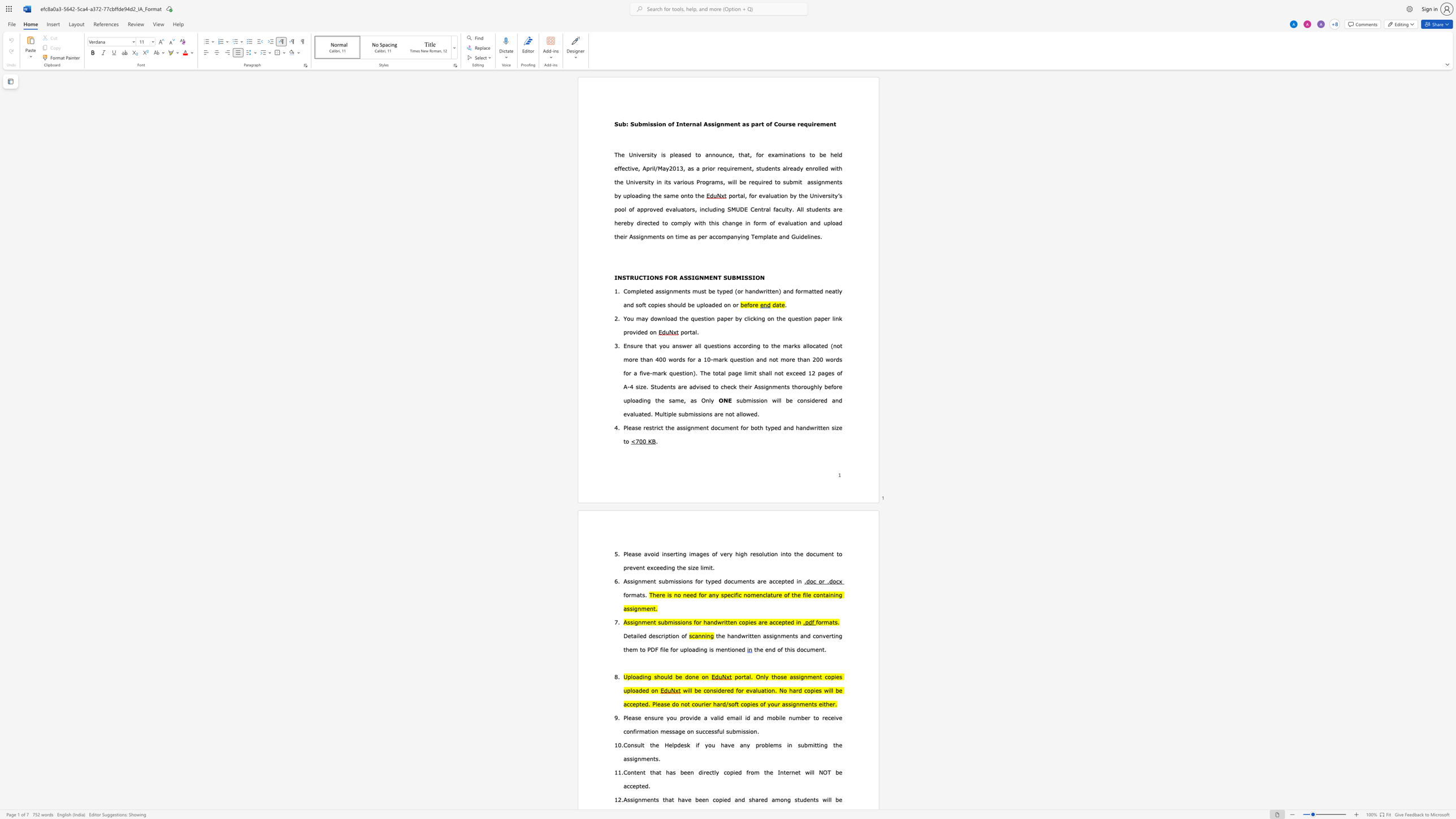 Image resolution: width=1456 pixels, height=819 pixels. I want to click on the space between the continuous character "e" and "m" in the text, so click(820, 124).